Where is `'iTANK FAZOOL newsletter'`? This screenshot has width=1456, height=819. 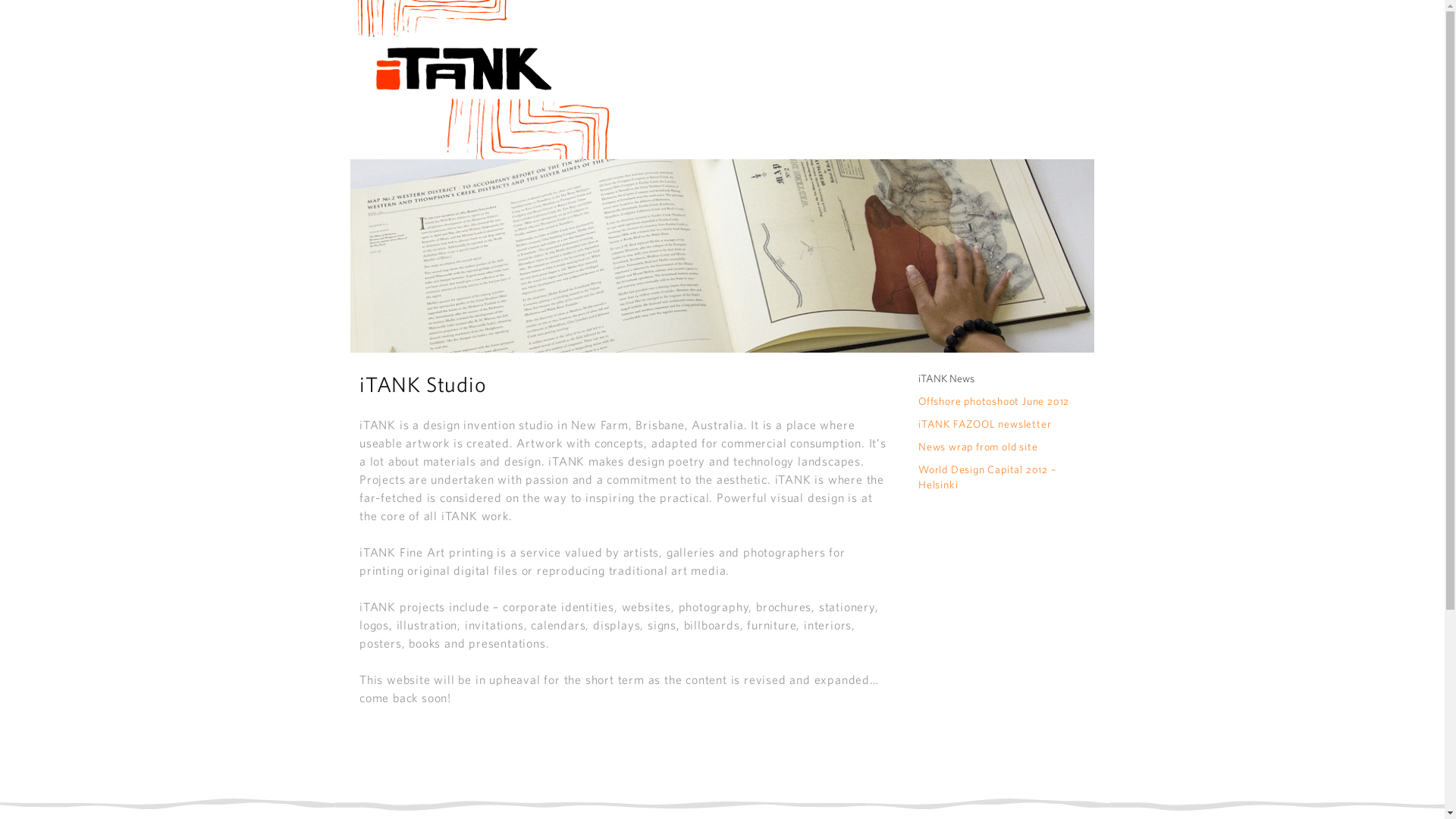 'iTANK FAZOOL newsletter' is located at coordinates (917, 424).